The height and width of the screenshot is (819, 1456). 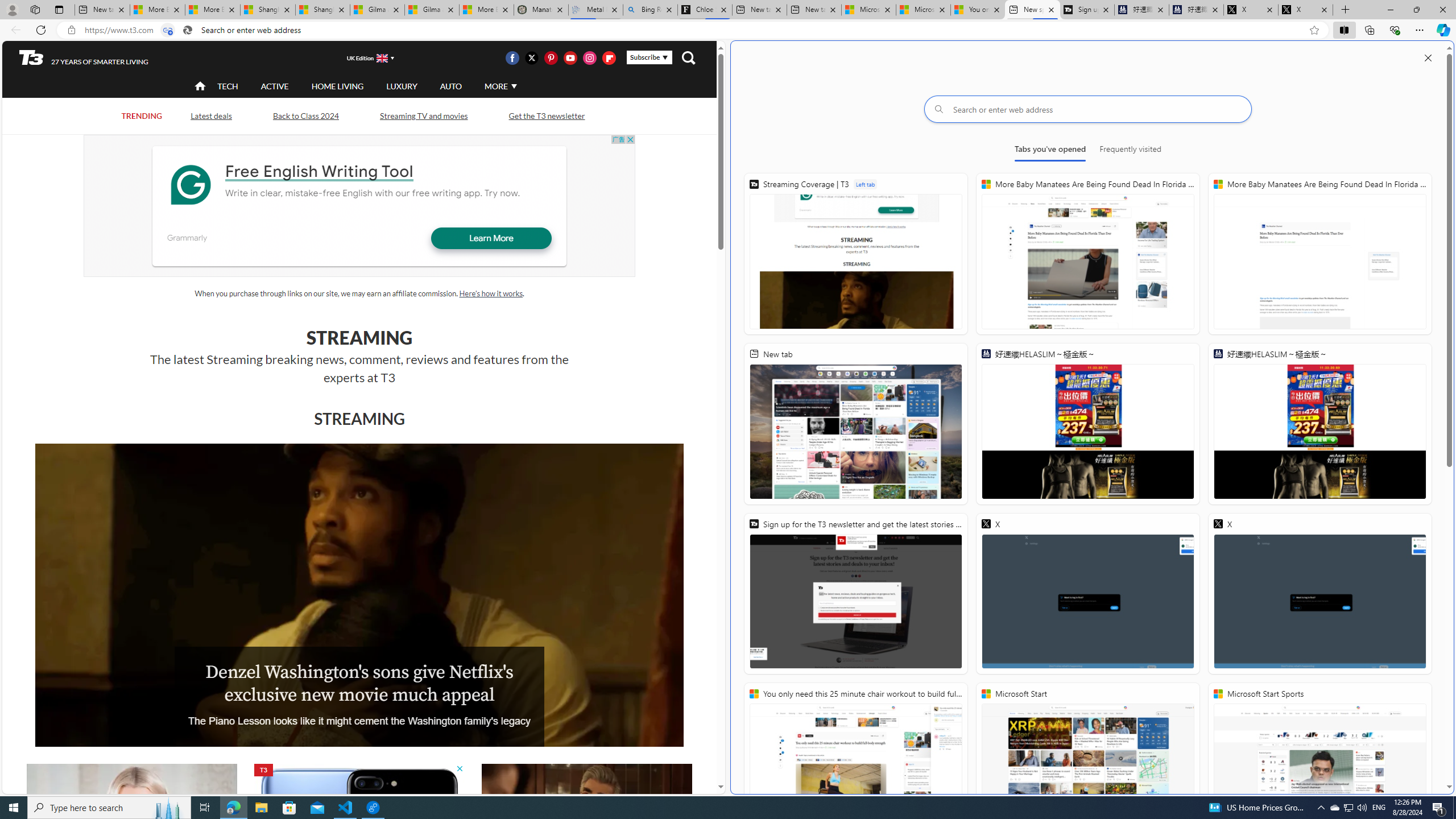 What do you see at coordinates (210, 115) in the screenshot?
I see `'Latest deals'` at bounding box center [210, 115].